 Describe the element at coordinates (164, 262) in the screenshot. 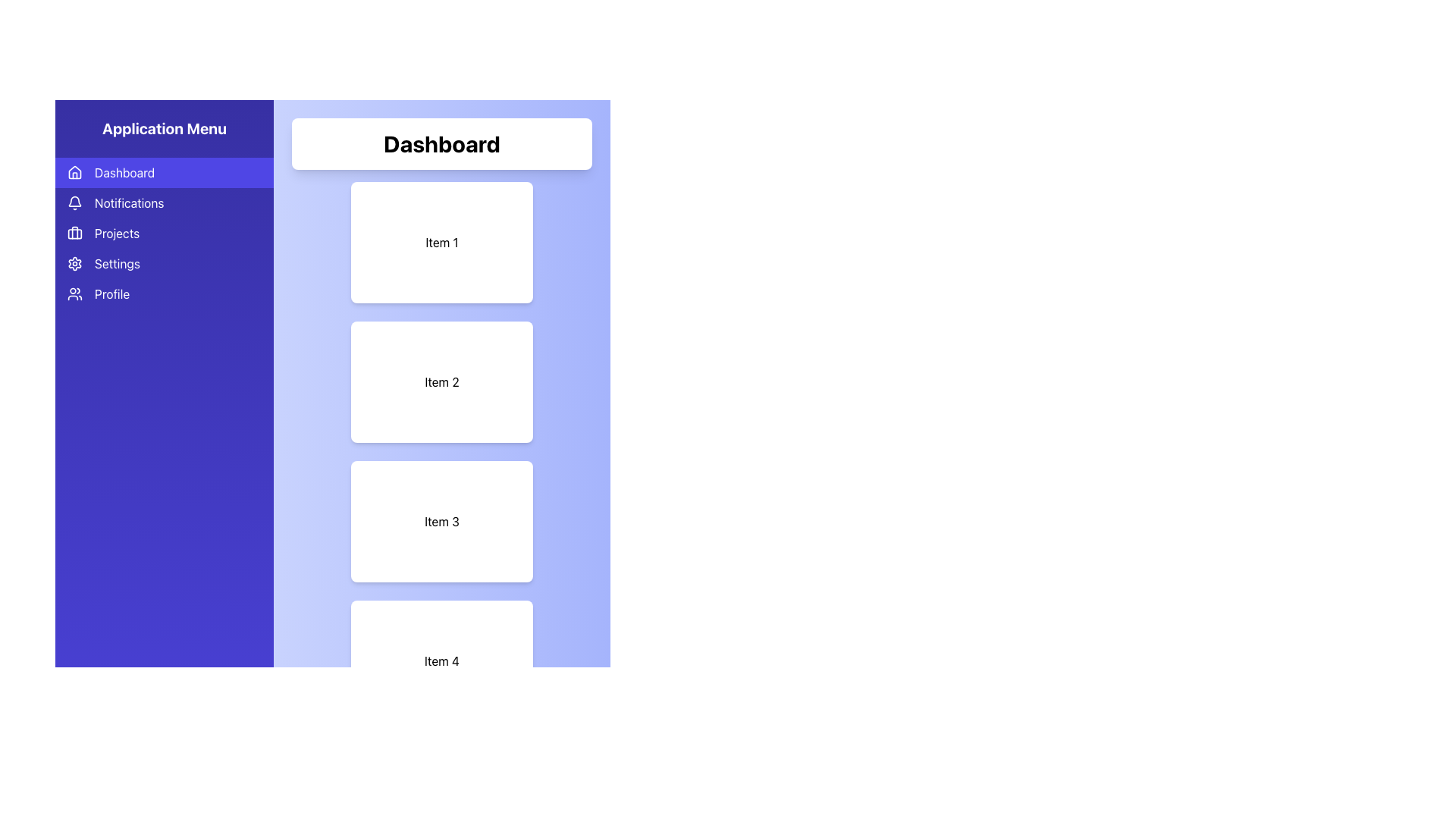

I see `the 'Settings' menu item in the vertical navigation menu` at that location.